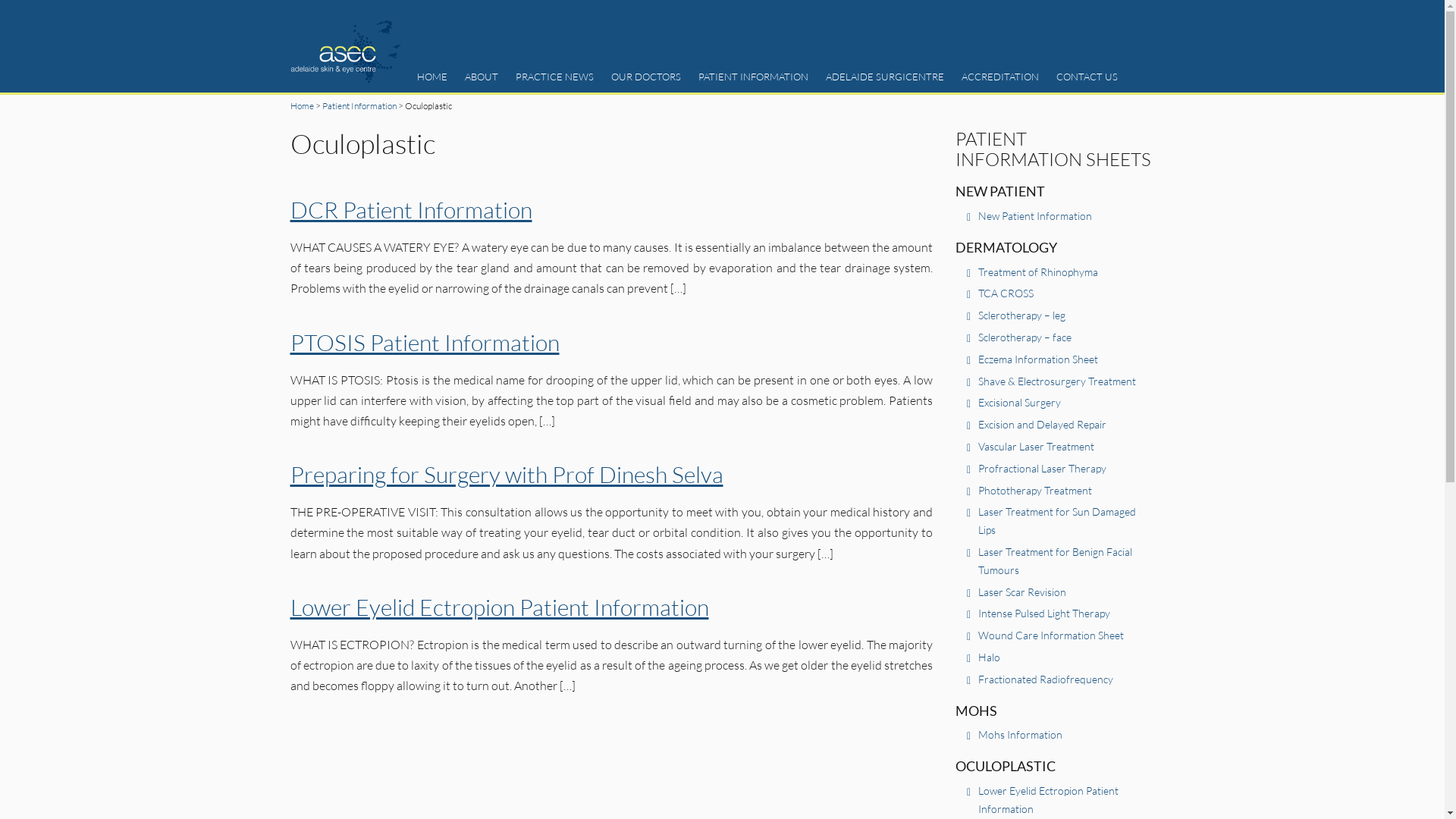 The image size is (1456, 819). I want to click on 'Mohs Information', so click(1020, 733).